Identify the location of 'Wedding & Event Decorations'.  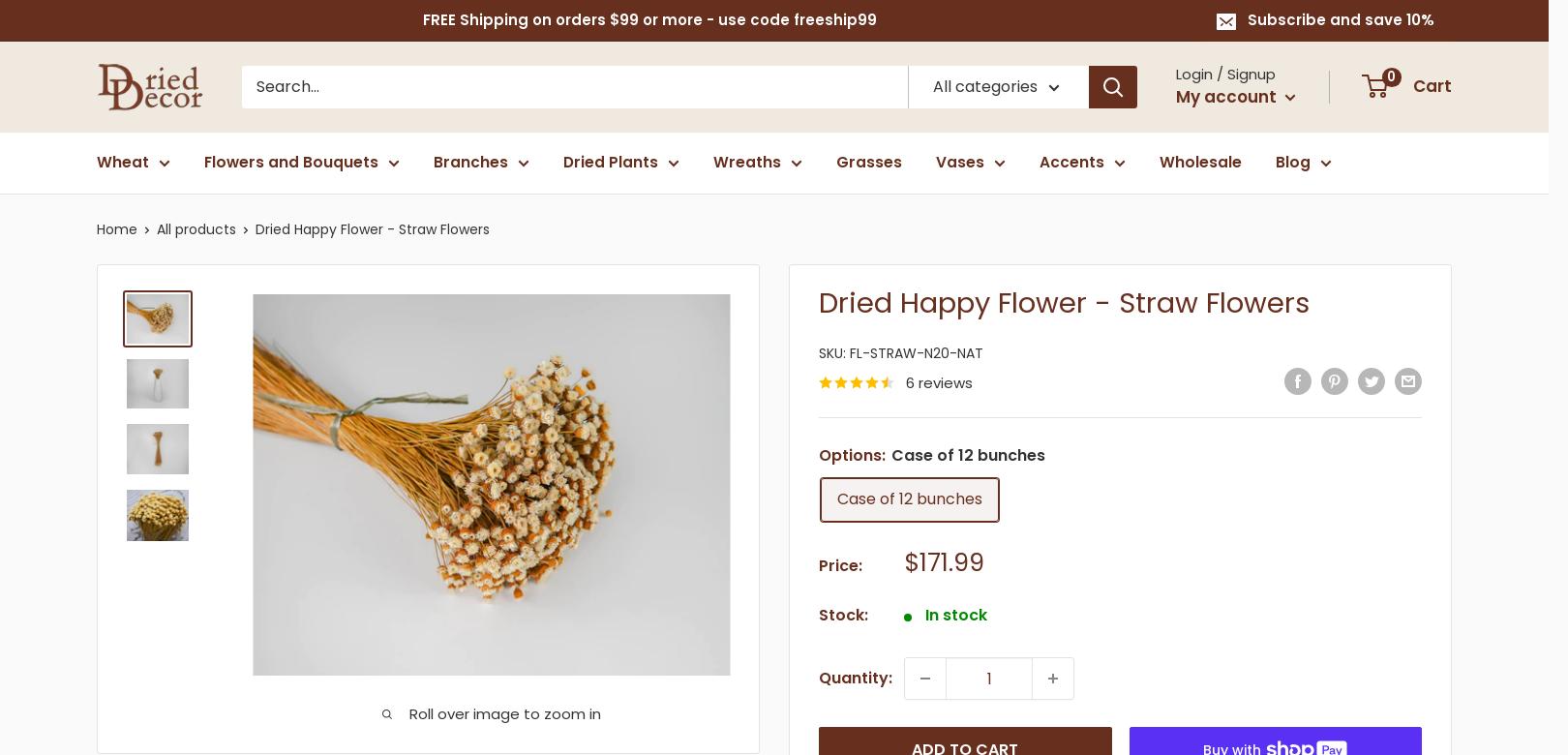
(1394, 389).